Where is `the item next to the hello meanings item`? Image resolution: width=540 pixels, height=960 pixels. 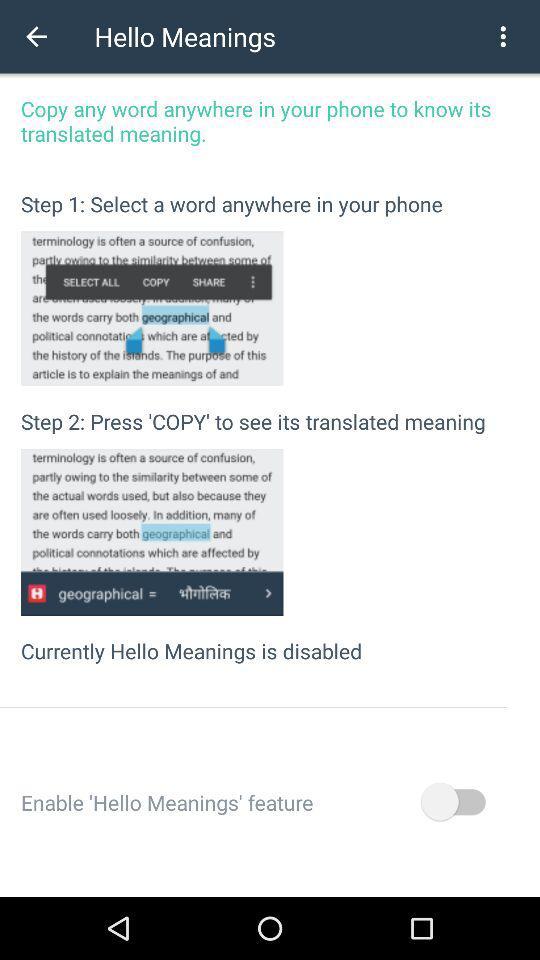 the item next to the hello meanings item is located at coordinates (502, 35).